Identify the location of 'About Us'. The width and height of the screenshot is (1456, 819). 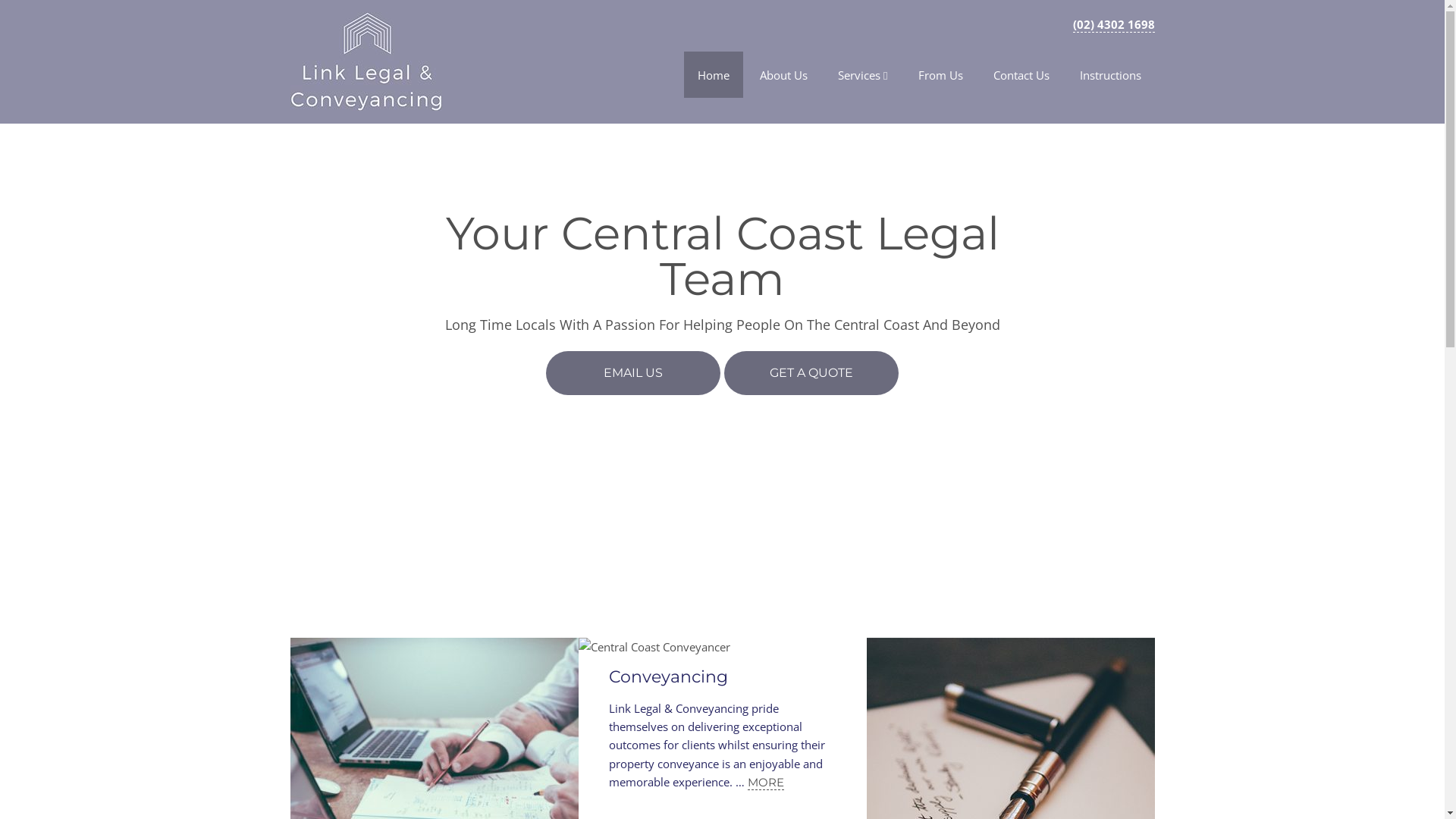
(783, 74).